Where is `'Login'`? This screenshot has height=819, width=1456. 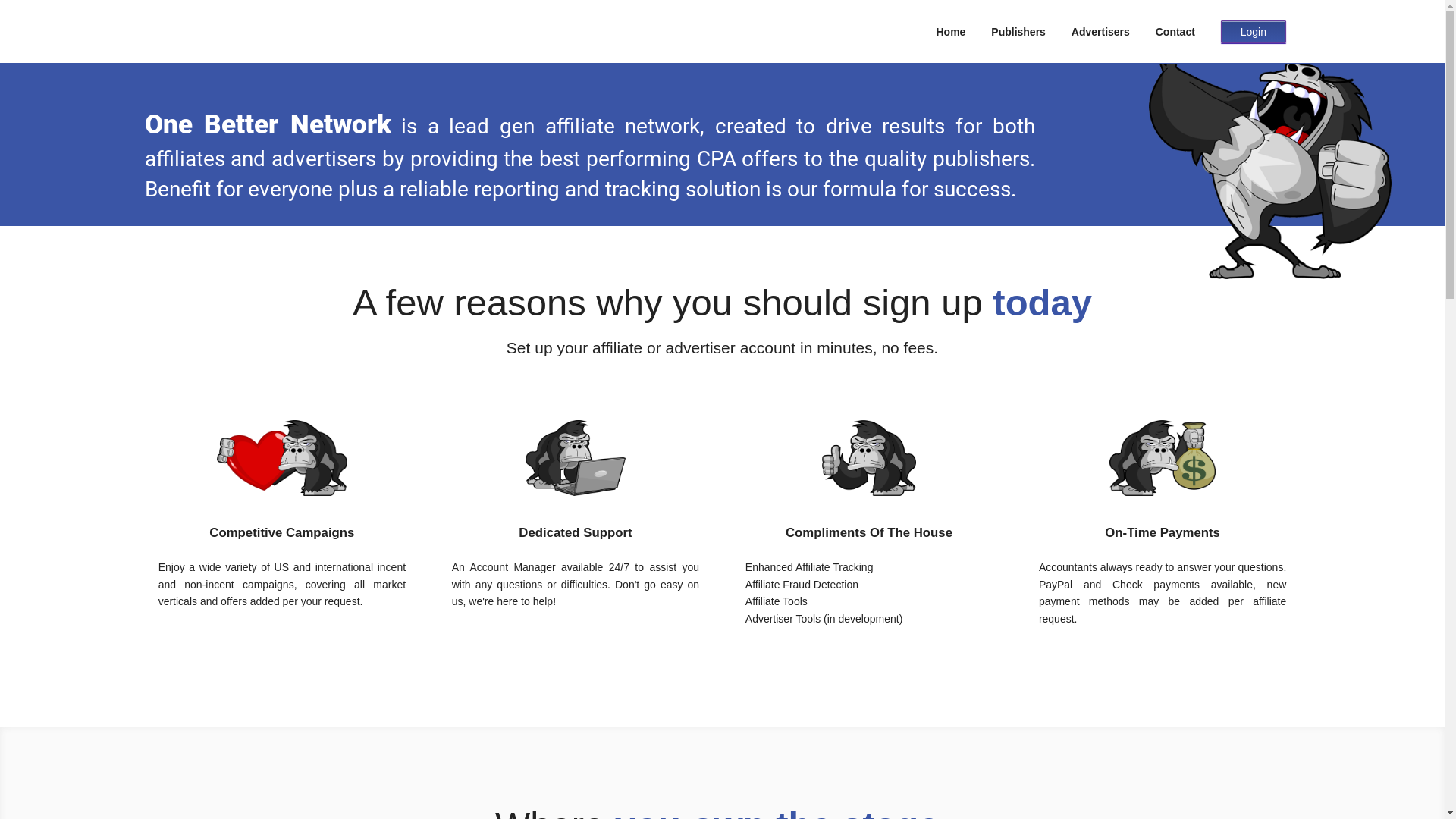 'Login' is located at coordinates (1253, 31).